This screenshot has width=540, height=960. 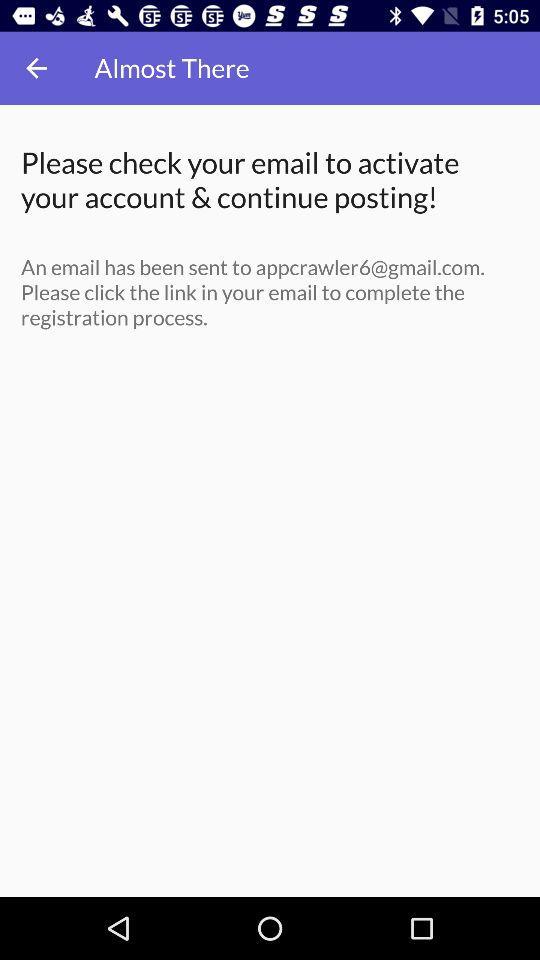 What do you see at coordinates (36, 68) in the screenshot?
I see `item above the please check your icon` at bounding box center [36, 68].